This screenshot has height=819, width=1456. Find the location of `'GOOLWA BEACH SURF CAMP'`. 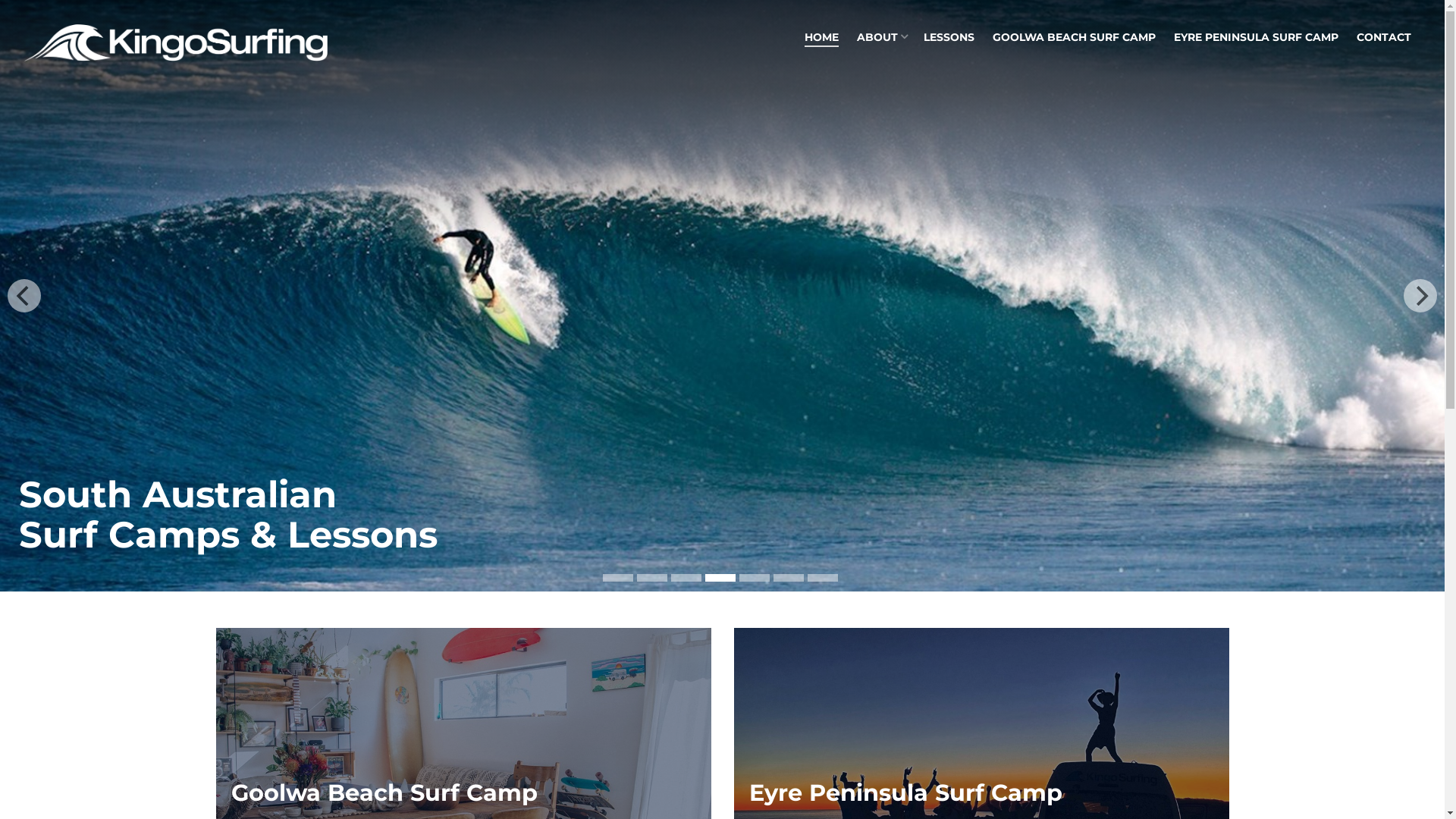

'GOOLWA BEACH SURF CAMP' is located at coordinates (1073, 36).